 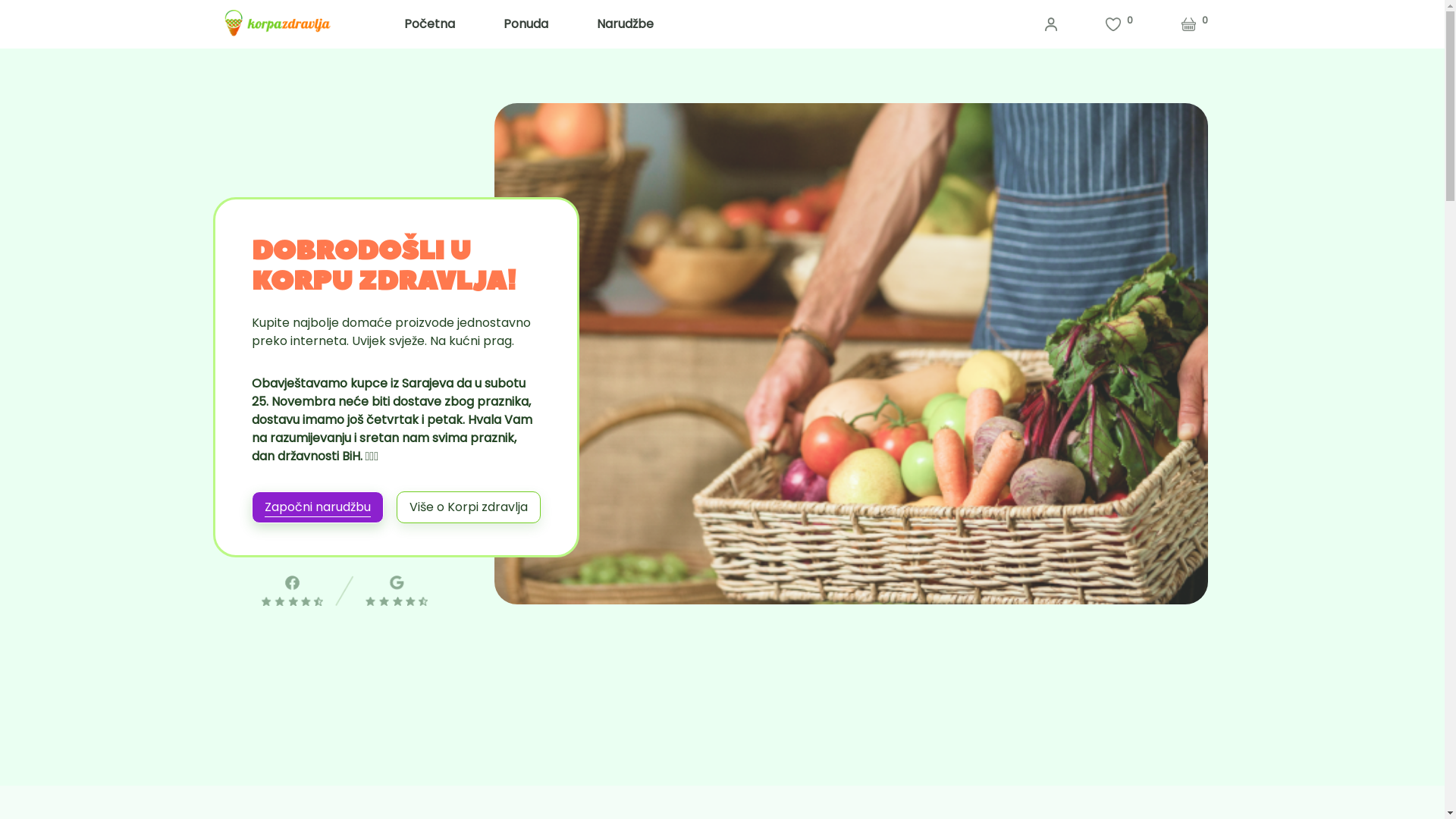 I want to click on '0', so click(x=1119, y=24).